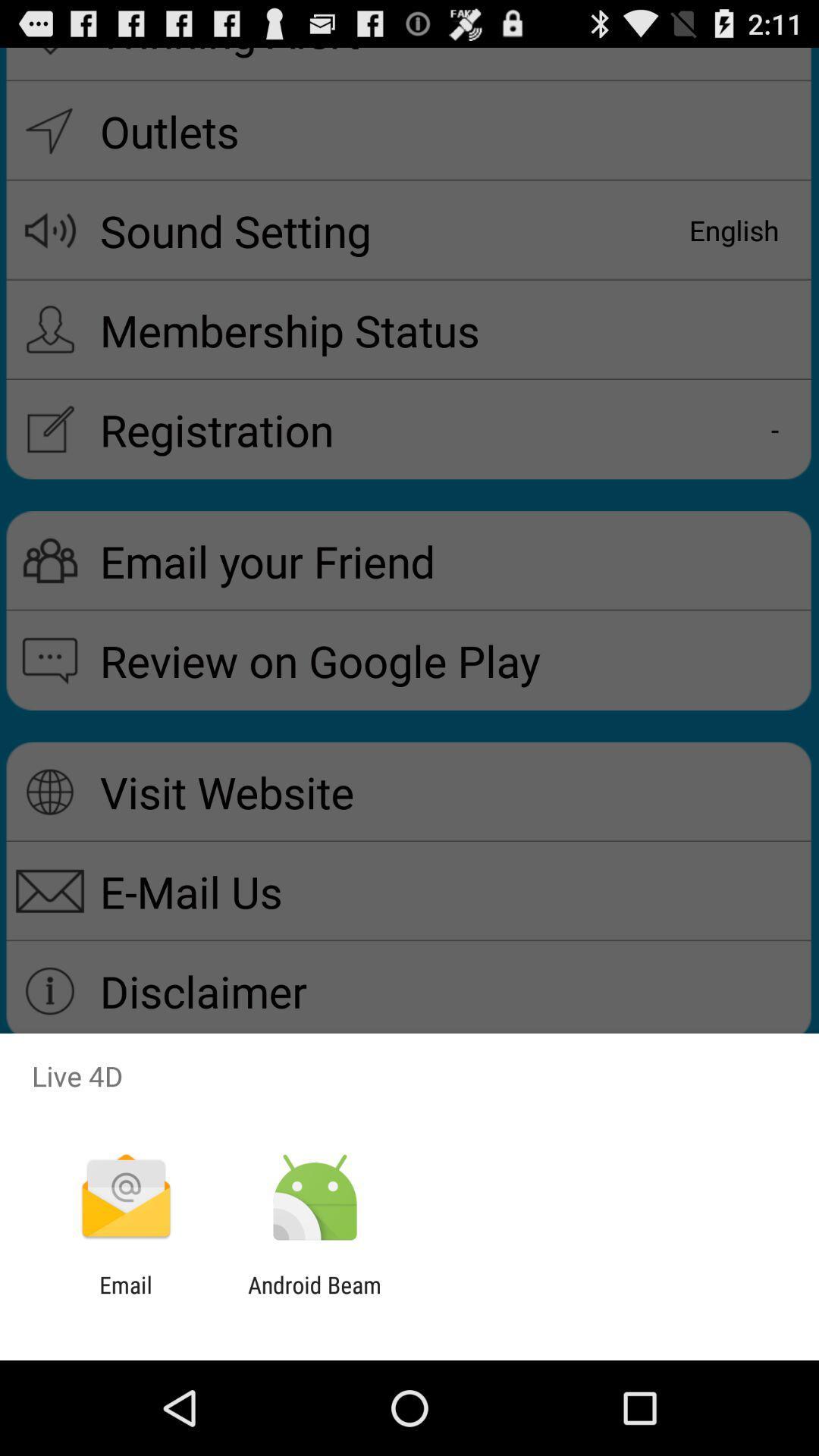 The width and height of the screenshot is (819, 1456). Describe the element at coordinates (314, 1298) in the screenshot. I see `the item next to email` at that location.